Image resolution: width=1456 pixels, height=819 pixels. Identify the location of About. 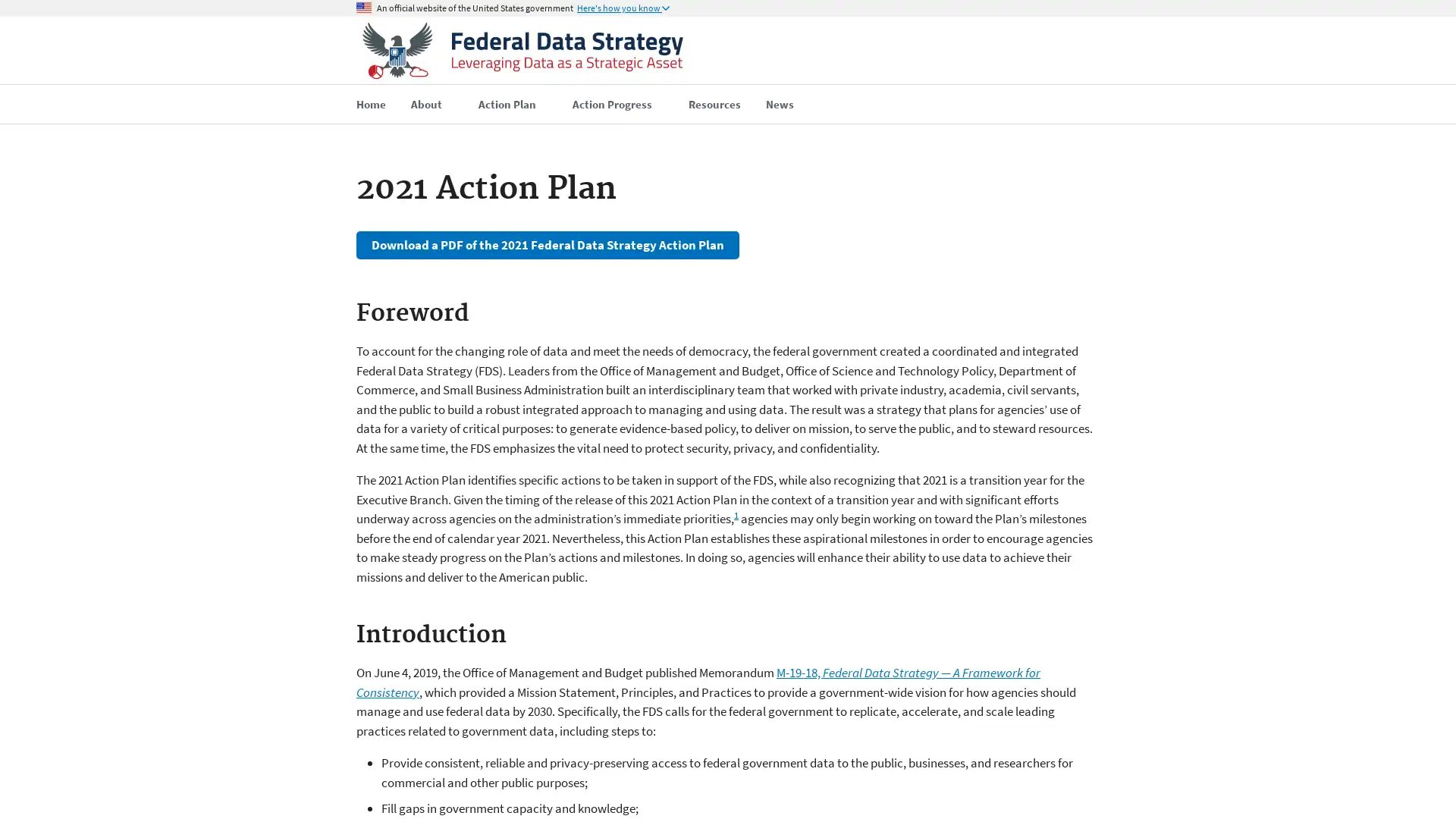
(431, 103).